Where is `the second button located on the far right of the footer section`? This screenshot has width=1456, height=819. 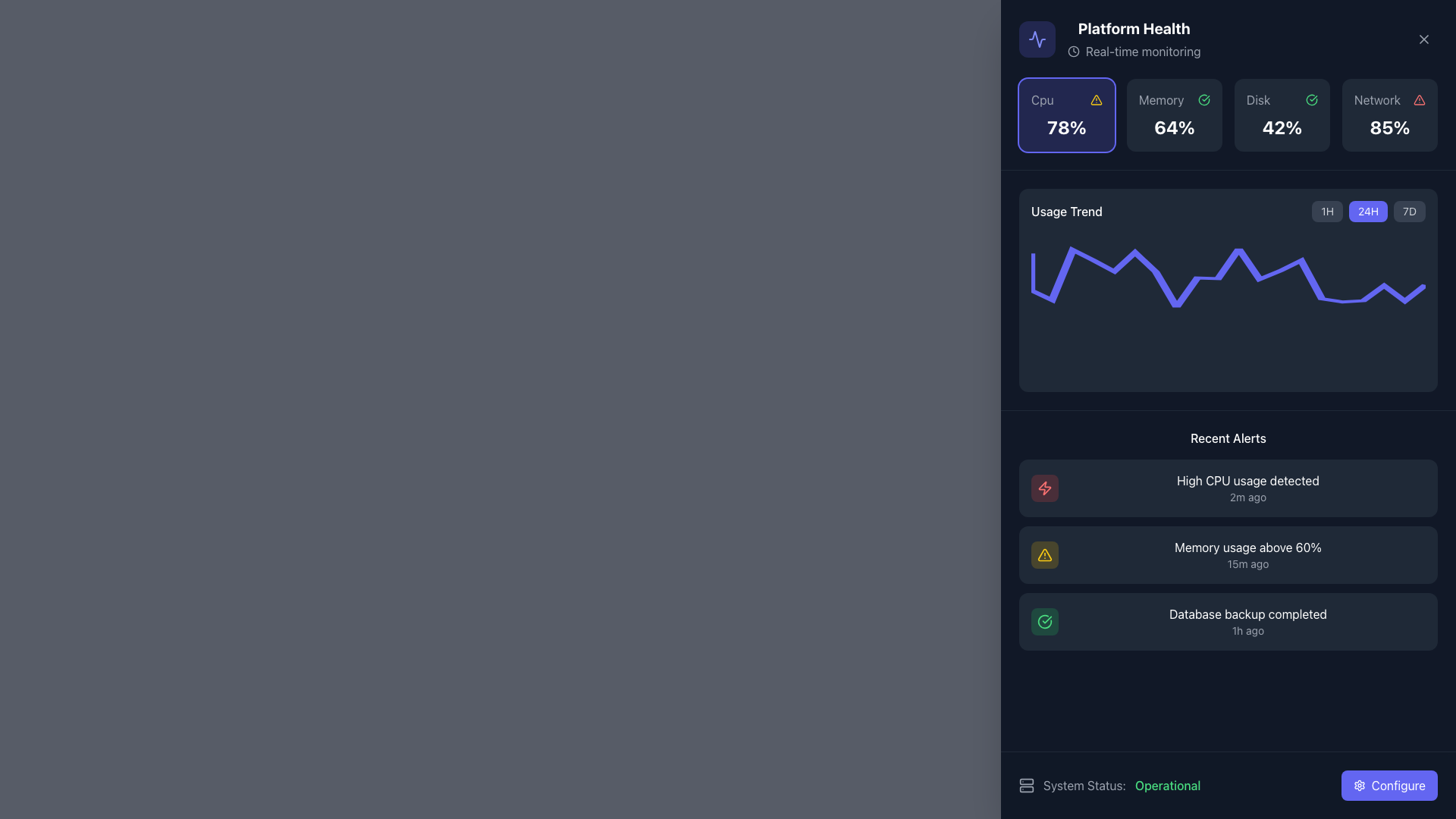 the second button located on the far right of the footer section is located at coordinates (1389, 785).